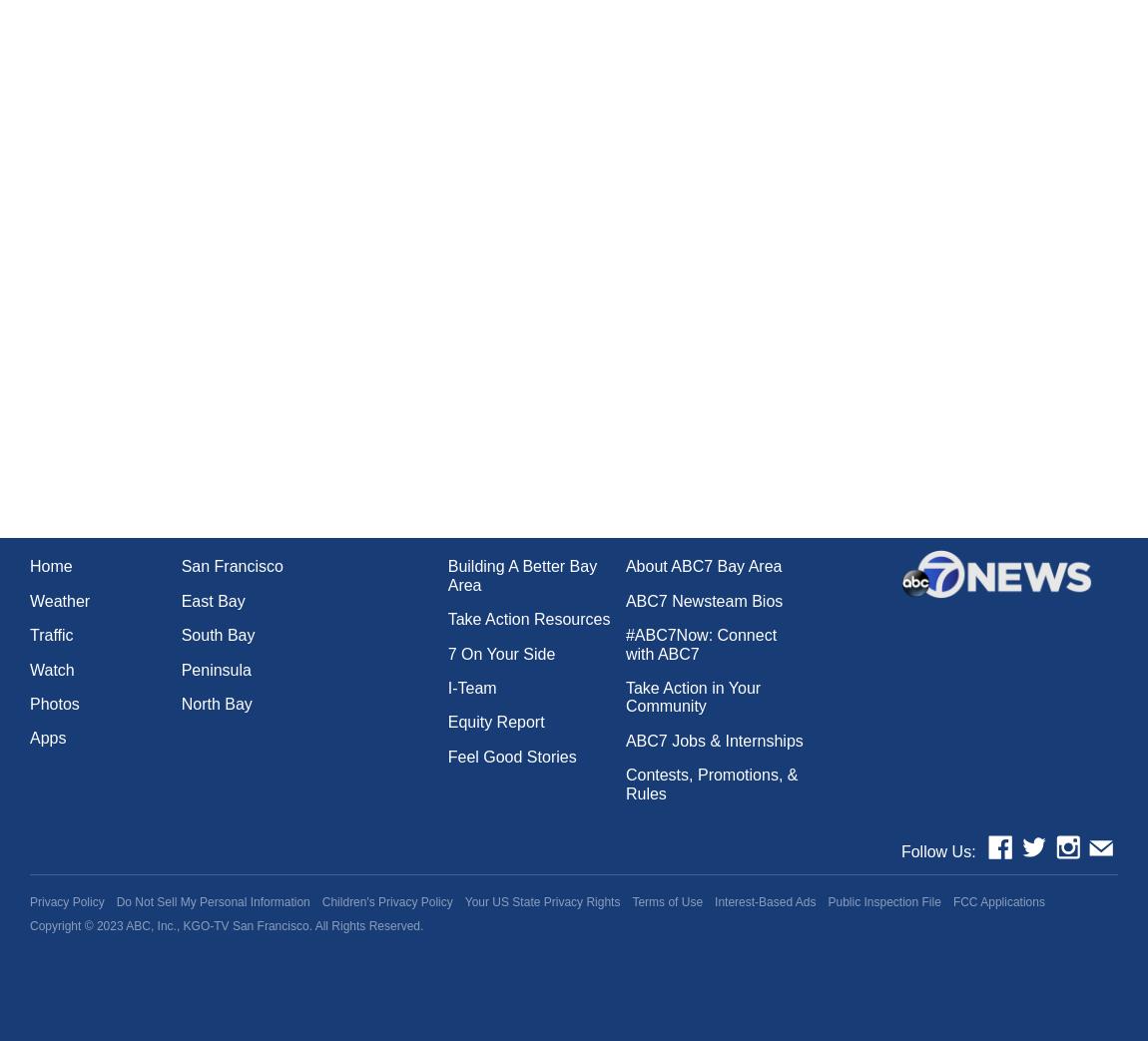 The height and width of the screenshot is (1041, 1148). Describe the element at coordinates (108, 924) in the screenshot. I see `'2023'` at that location.